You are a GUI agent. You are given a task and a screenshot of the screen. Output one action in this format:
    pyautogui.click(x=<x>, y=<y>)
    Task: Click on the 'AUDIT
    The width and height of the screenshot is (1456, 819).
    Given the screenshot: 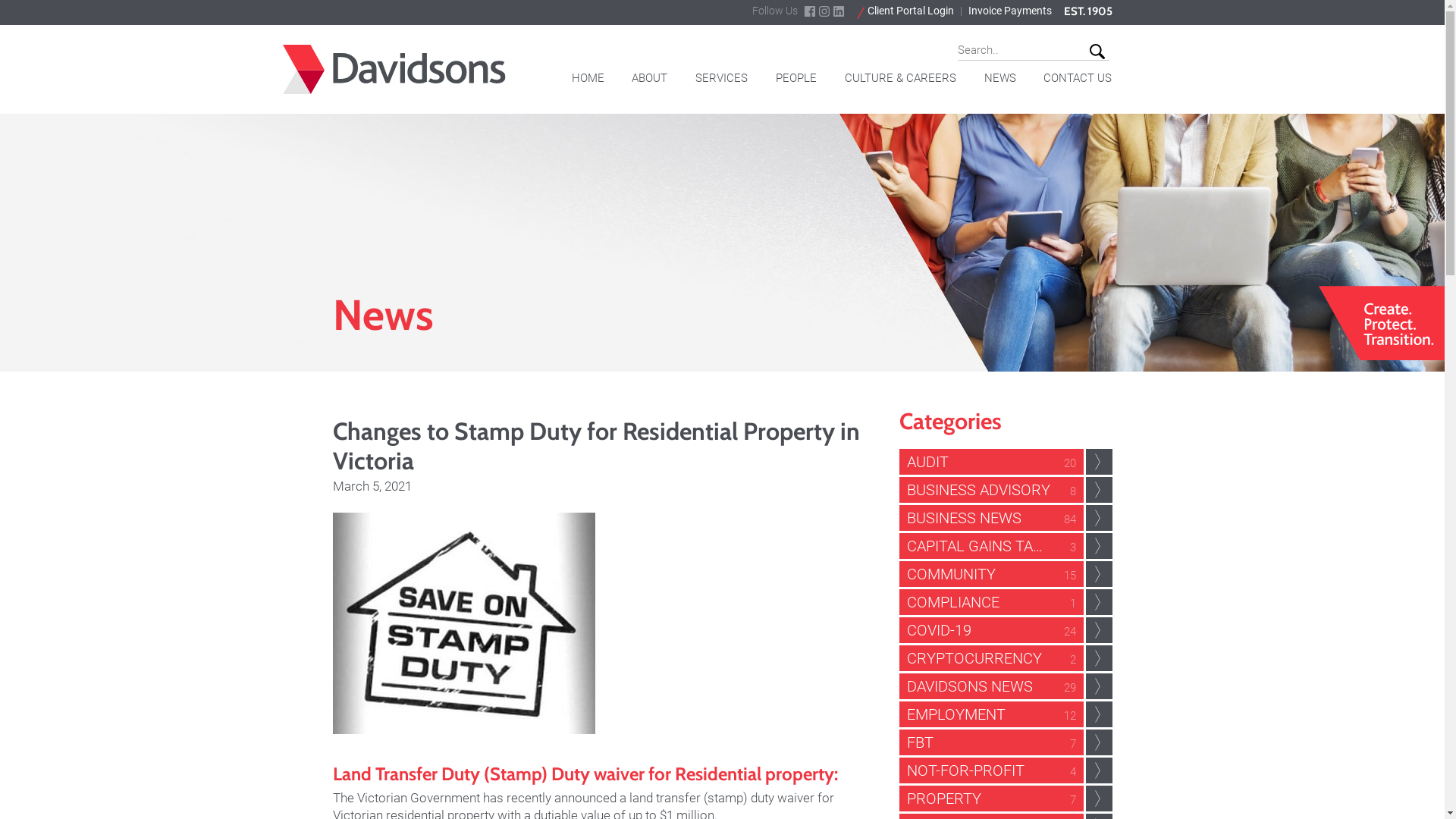 What is the action you would take?
    pyautogui.click(x=899, y=461)
    